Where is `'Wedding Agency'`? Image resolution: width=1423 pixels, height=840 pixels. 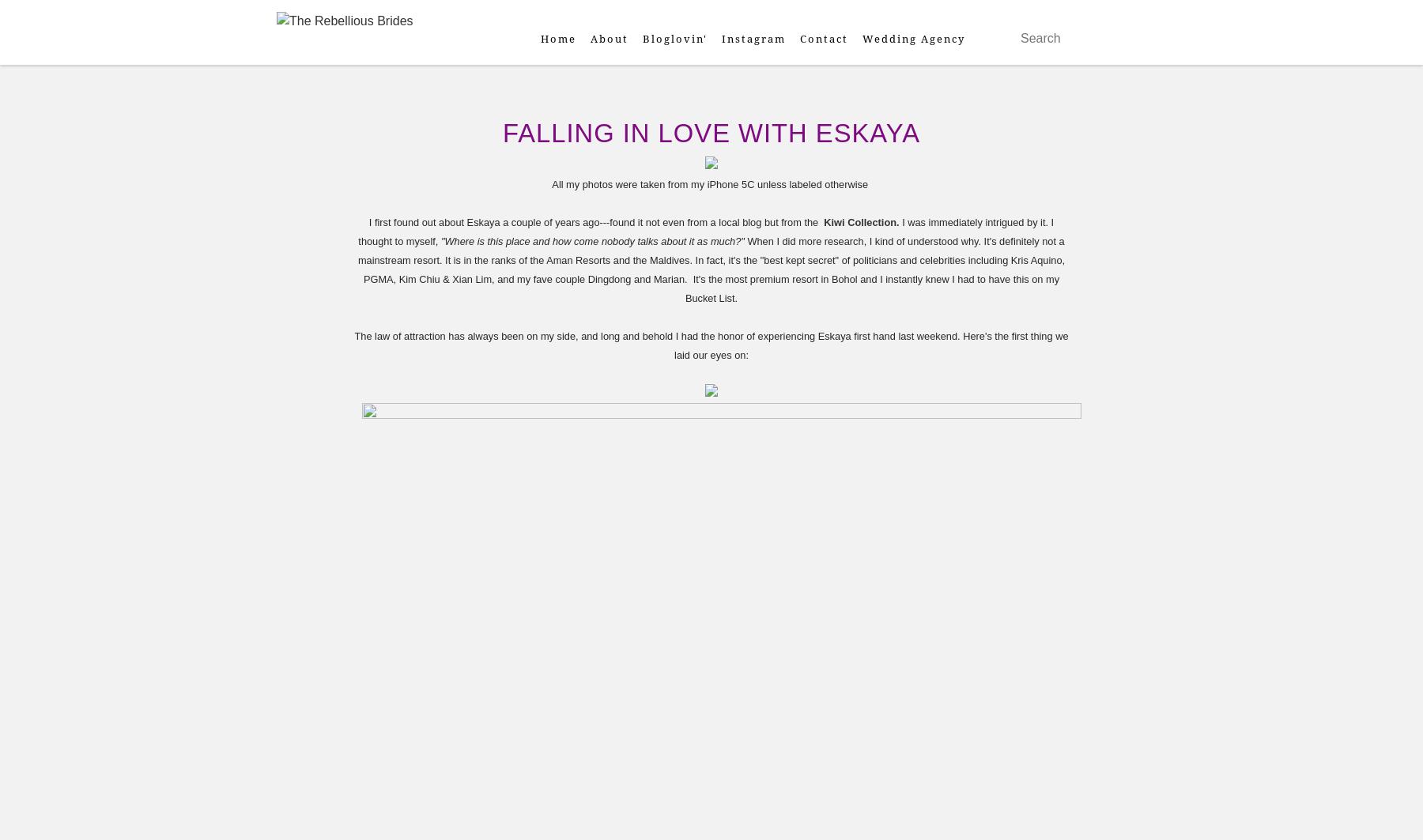 'Wedding Agency' is located at coordinates (912, 39).